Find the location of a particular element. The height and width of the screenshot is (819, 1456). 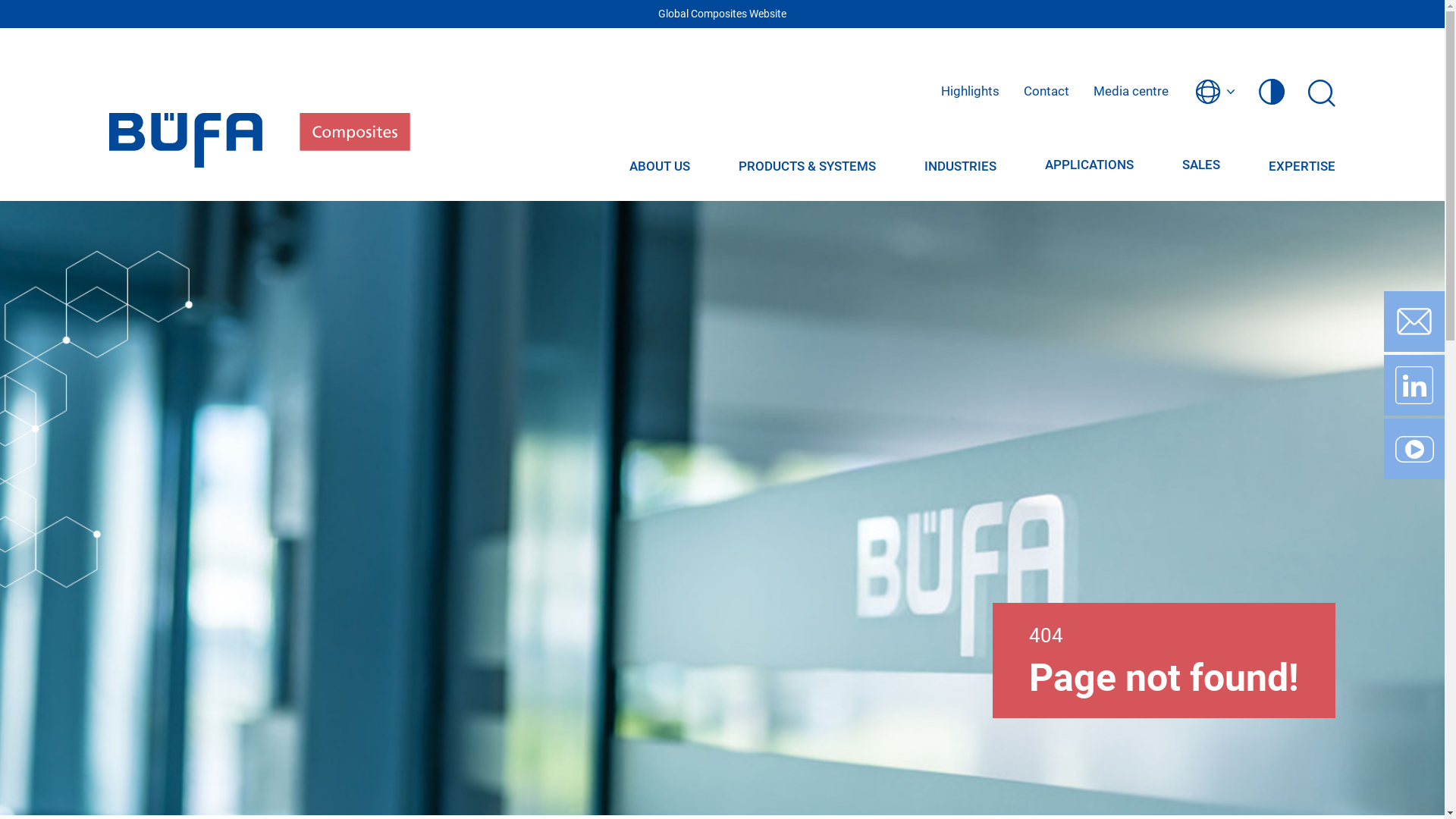

'APPLICATIONS' is located at coordinates (1088, 165).